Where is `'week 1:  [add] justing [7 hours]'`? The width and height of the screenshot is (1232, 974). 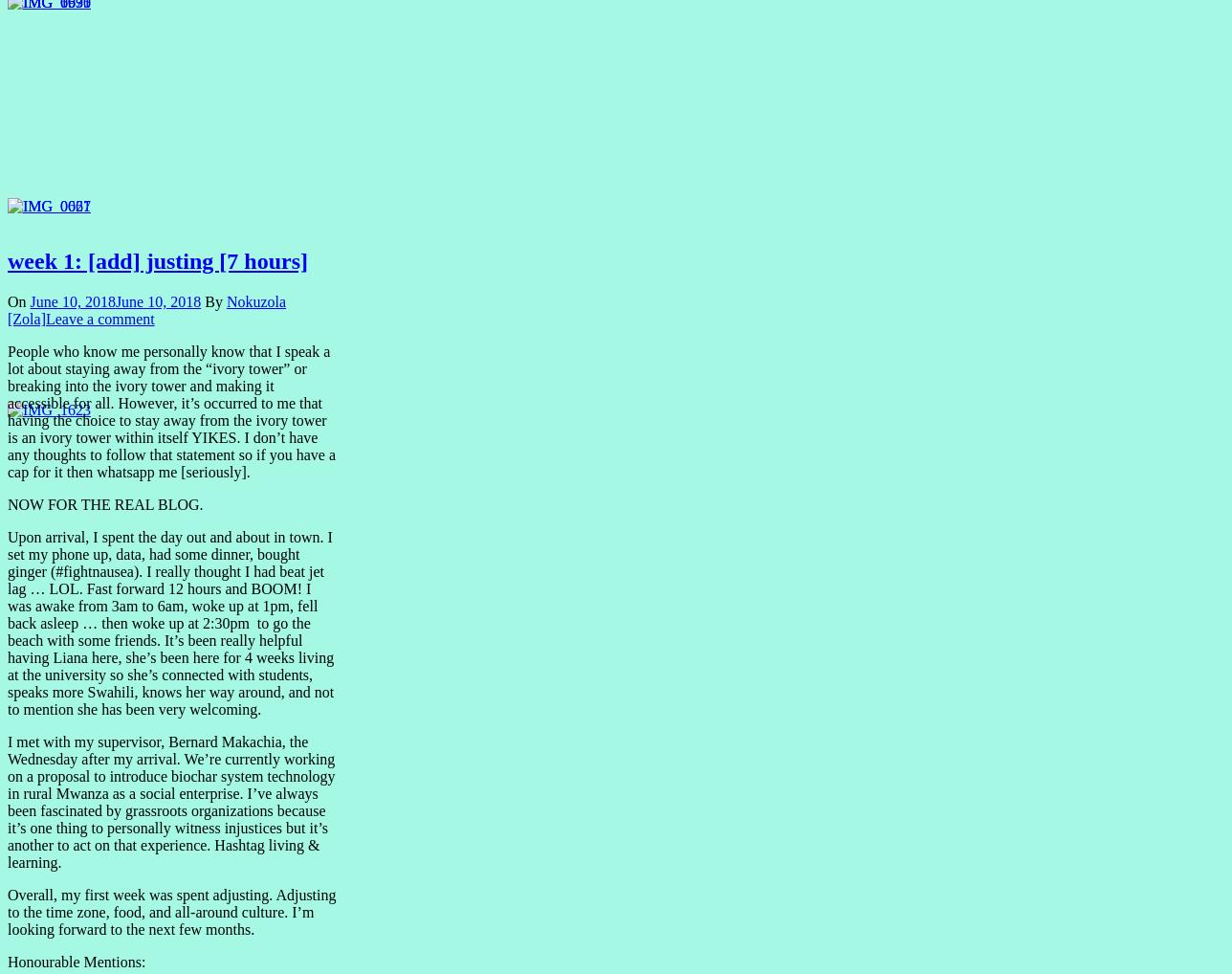
'week 1:  [add] justing [7 hours]' is located at coordinates (7, 261).